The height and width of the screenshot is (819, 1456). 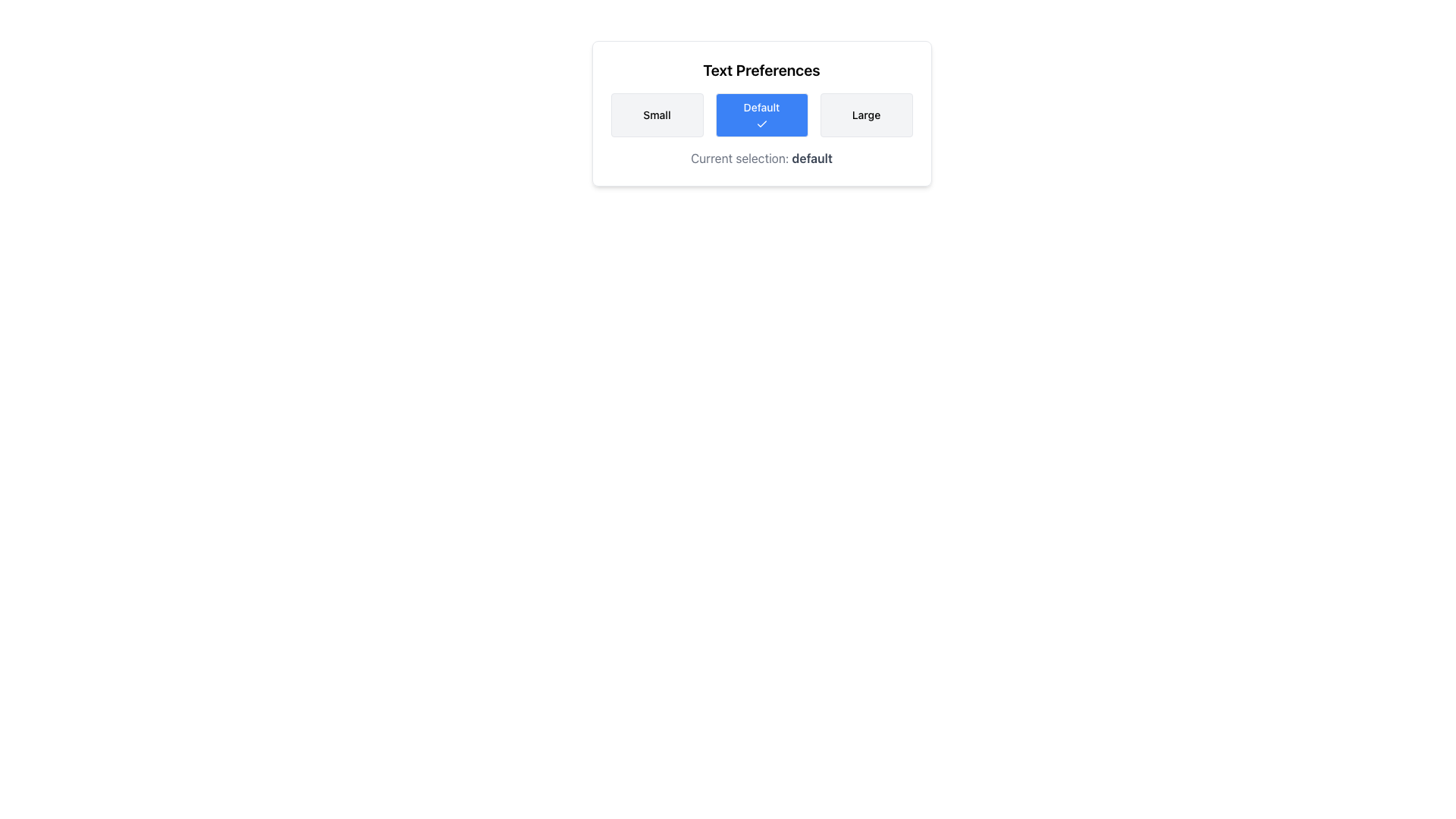 I want to click on the 'Small' button, which is the first button in a group of three, so click(x=657, y=114).